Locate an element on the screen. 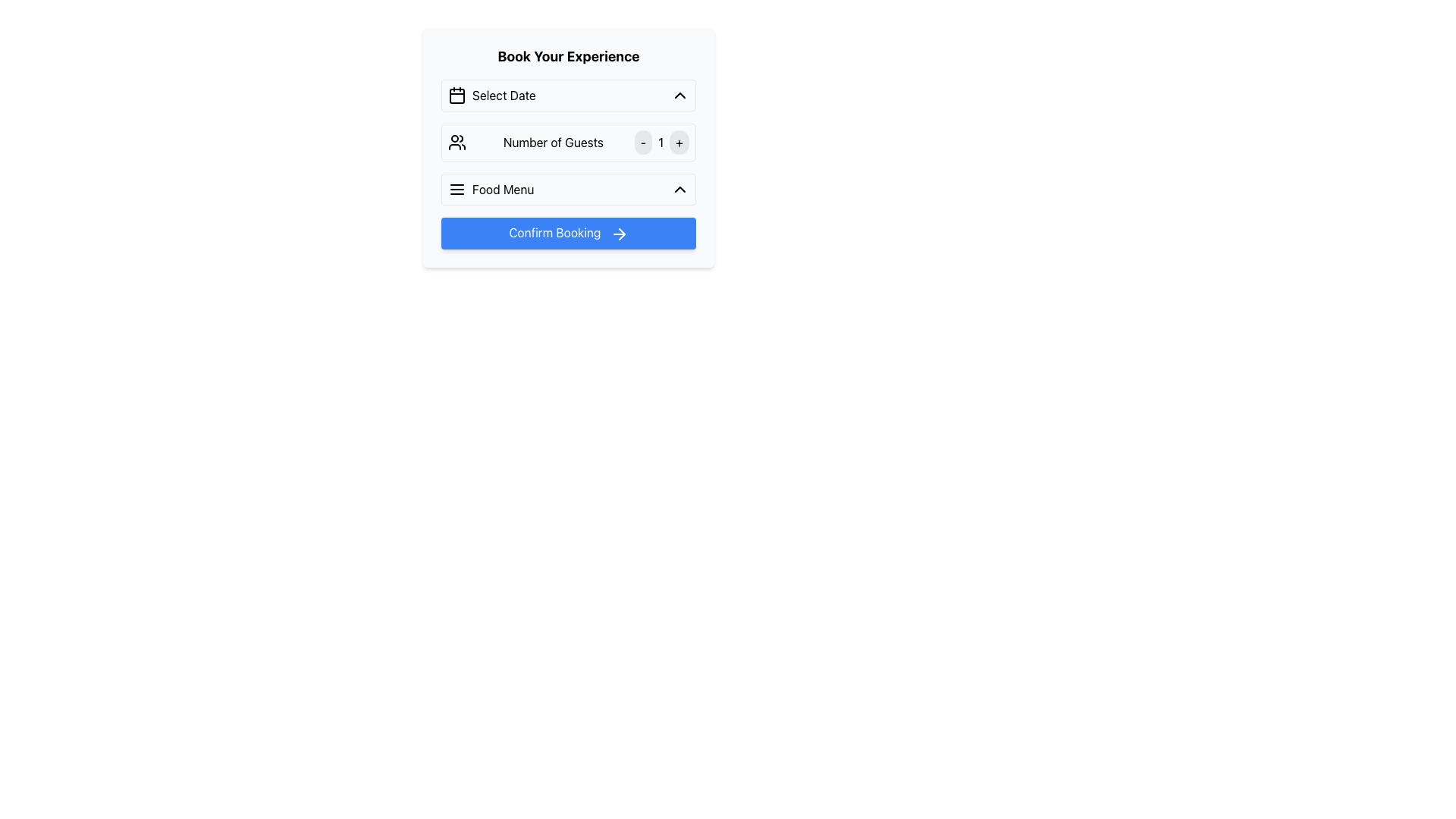  the Arrow icon located on the right end of the 'Confirm Booking' button is located at coordinates (619, 234).